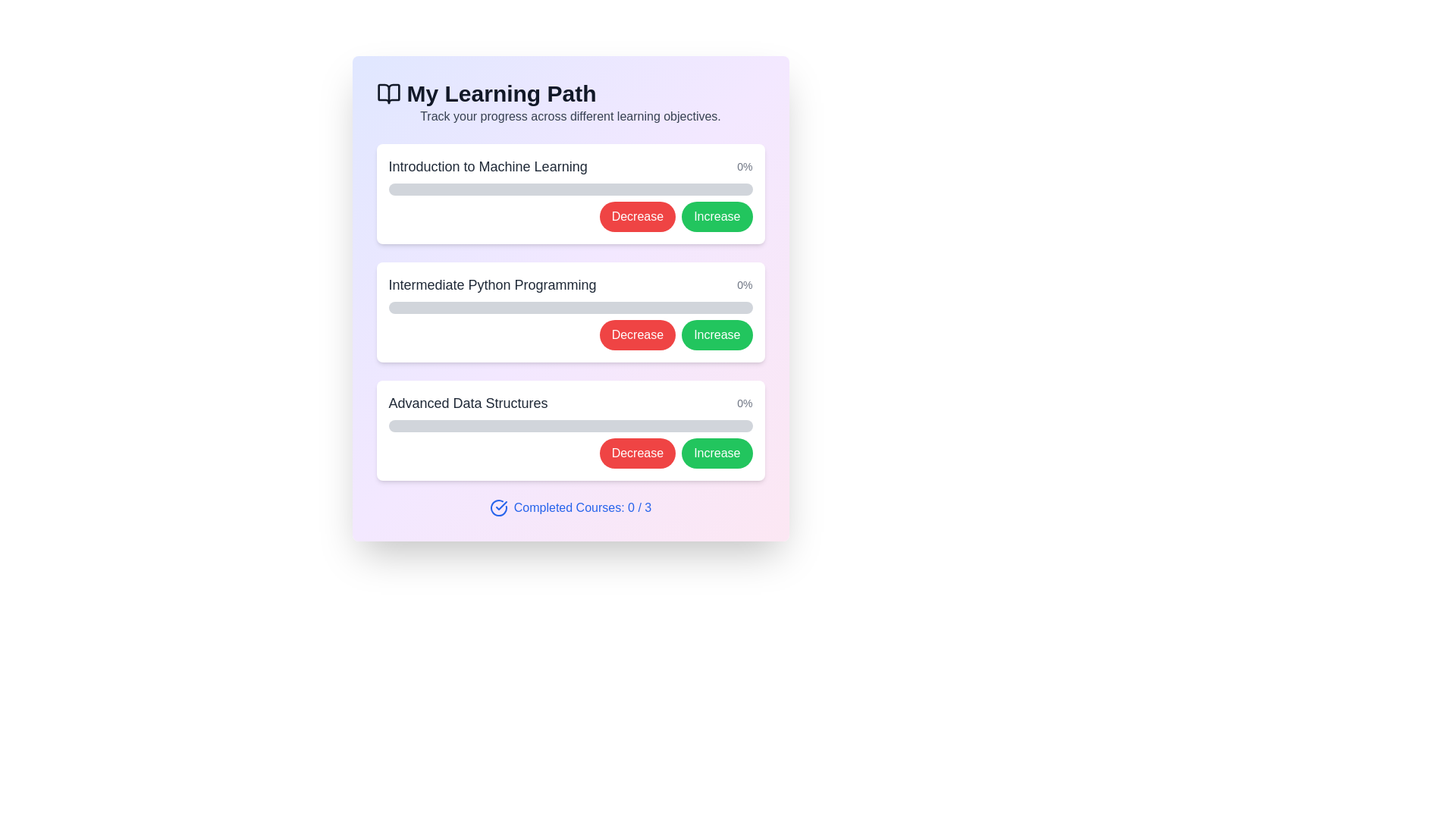  I want to click on the rightmost button in the group of two buttons next to the 'Intermediate Python Programming' section, so click(716, 334).